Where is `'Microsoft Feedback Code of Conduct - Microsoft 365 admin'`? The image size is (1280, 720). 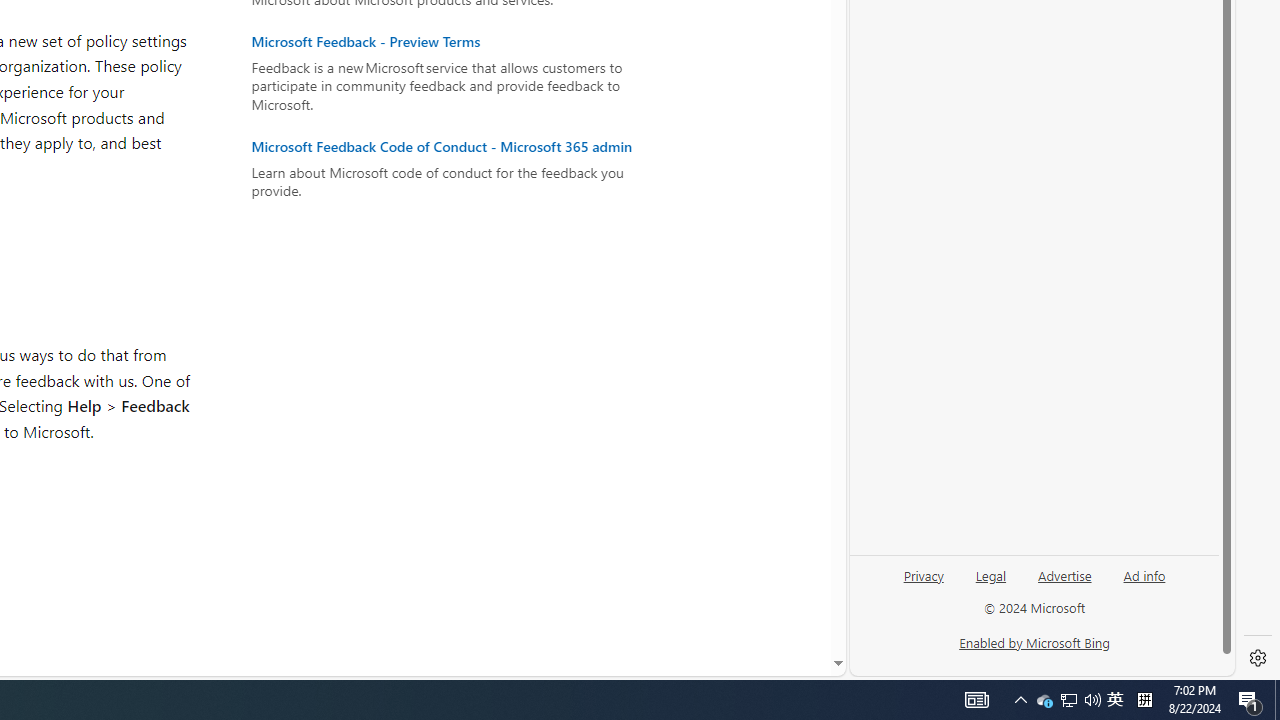 'Microsoft Feedback Code of Conduct - Microsoft 365 admin' is located at coordinates (451, 145).